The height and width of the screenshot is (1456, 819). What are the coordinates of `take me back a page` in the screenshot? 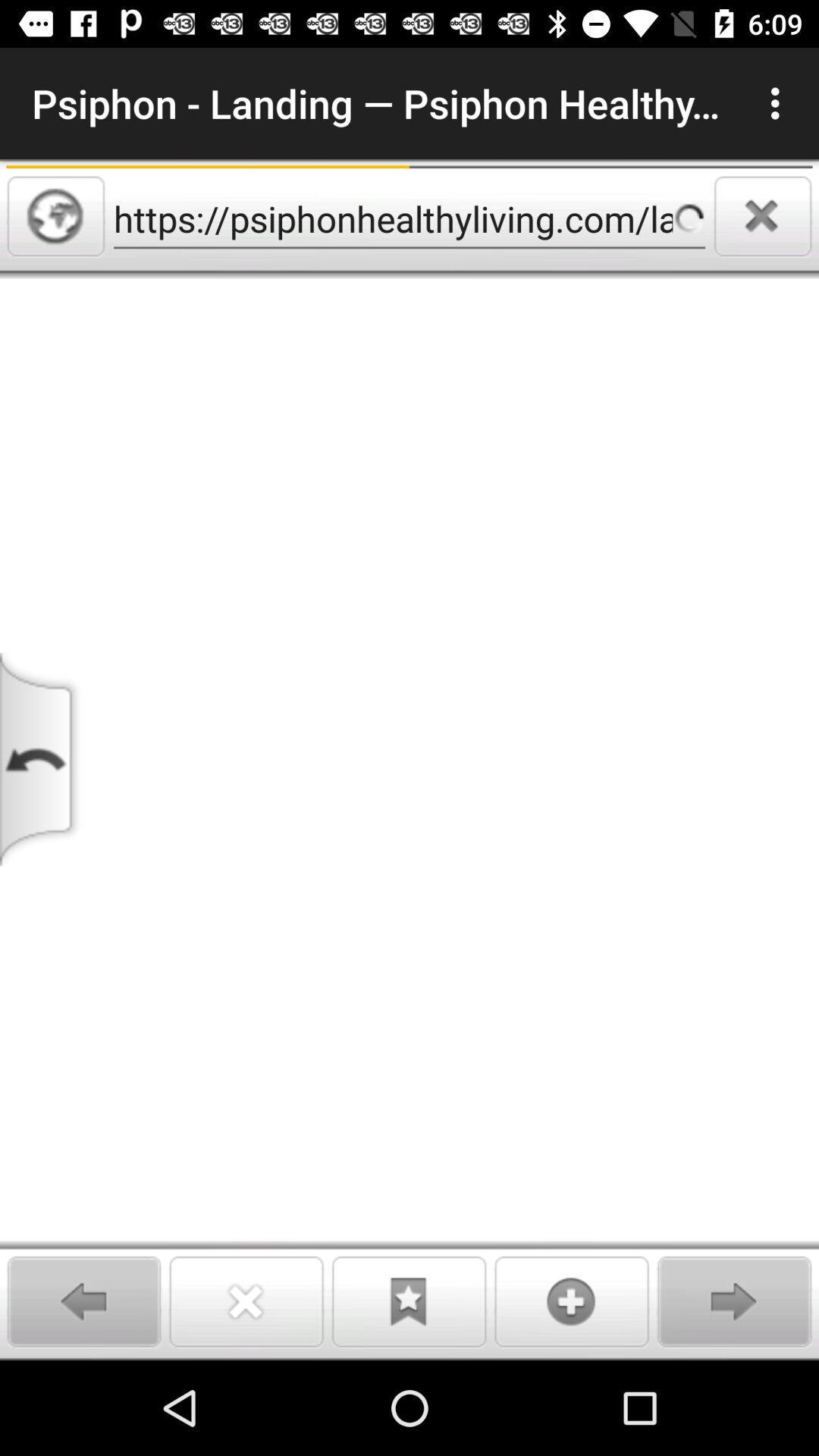 It's located at (41, 759).